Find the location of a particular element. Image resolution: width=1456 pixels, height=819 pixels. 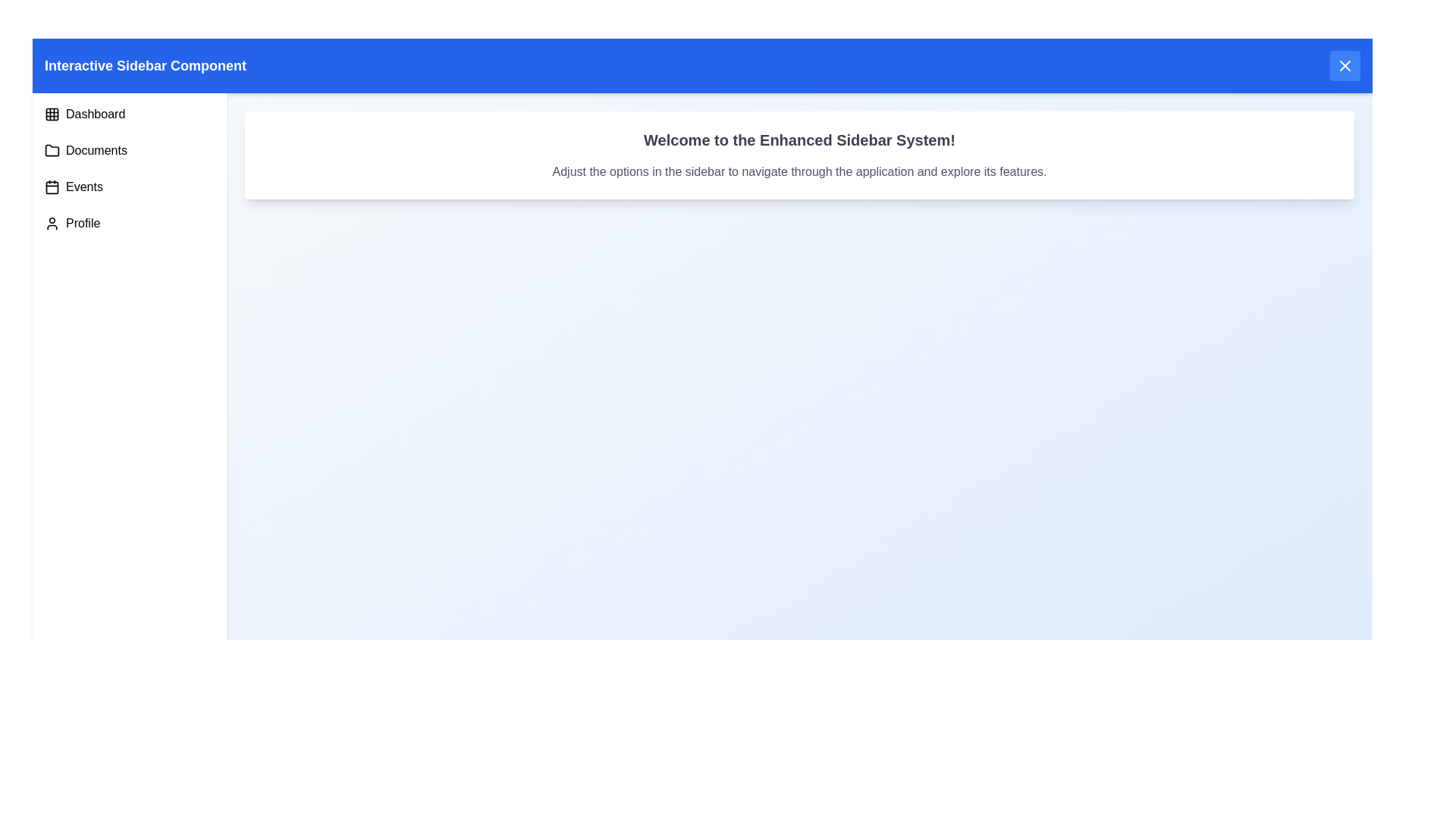

the user profile icon located in the sidebar under the 'Interactive Sidebar Component', positioned to the left of the 'Profile' text label is located at coordinates (52, 223).